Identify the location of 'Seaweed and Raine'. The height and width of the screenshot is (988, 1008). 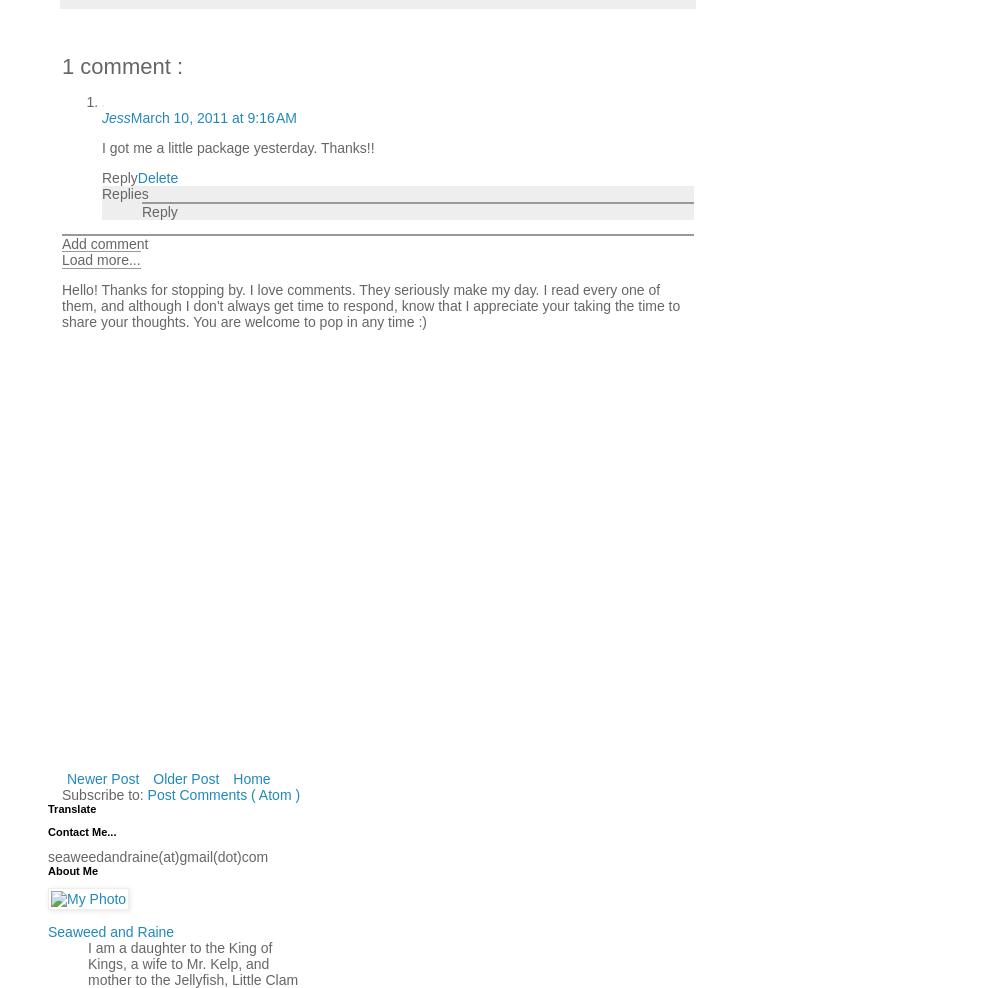
(110, 930).